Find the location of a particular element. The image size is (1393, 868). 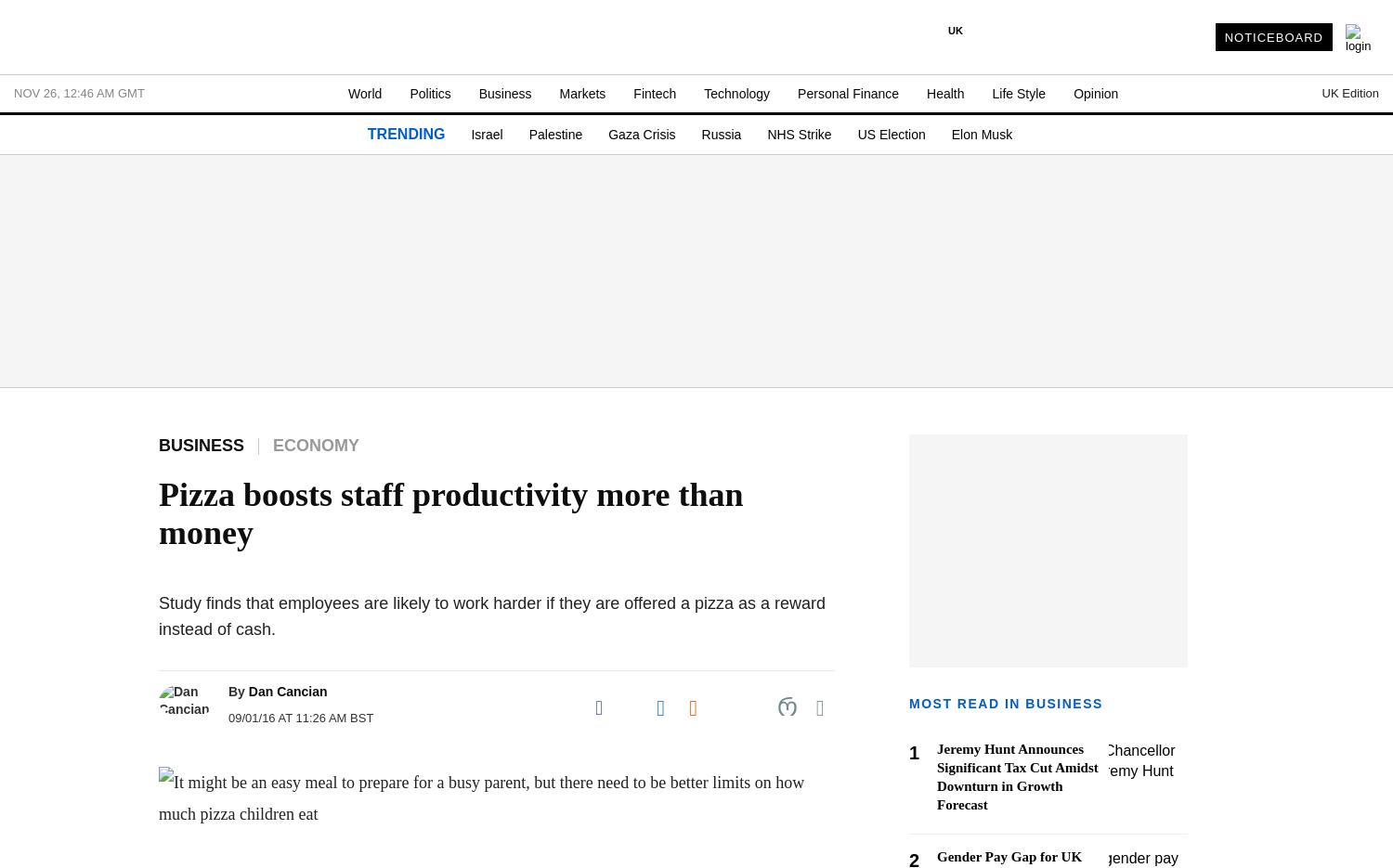

'Economy' is located at coordinates (315, 446).